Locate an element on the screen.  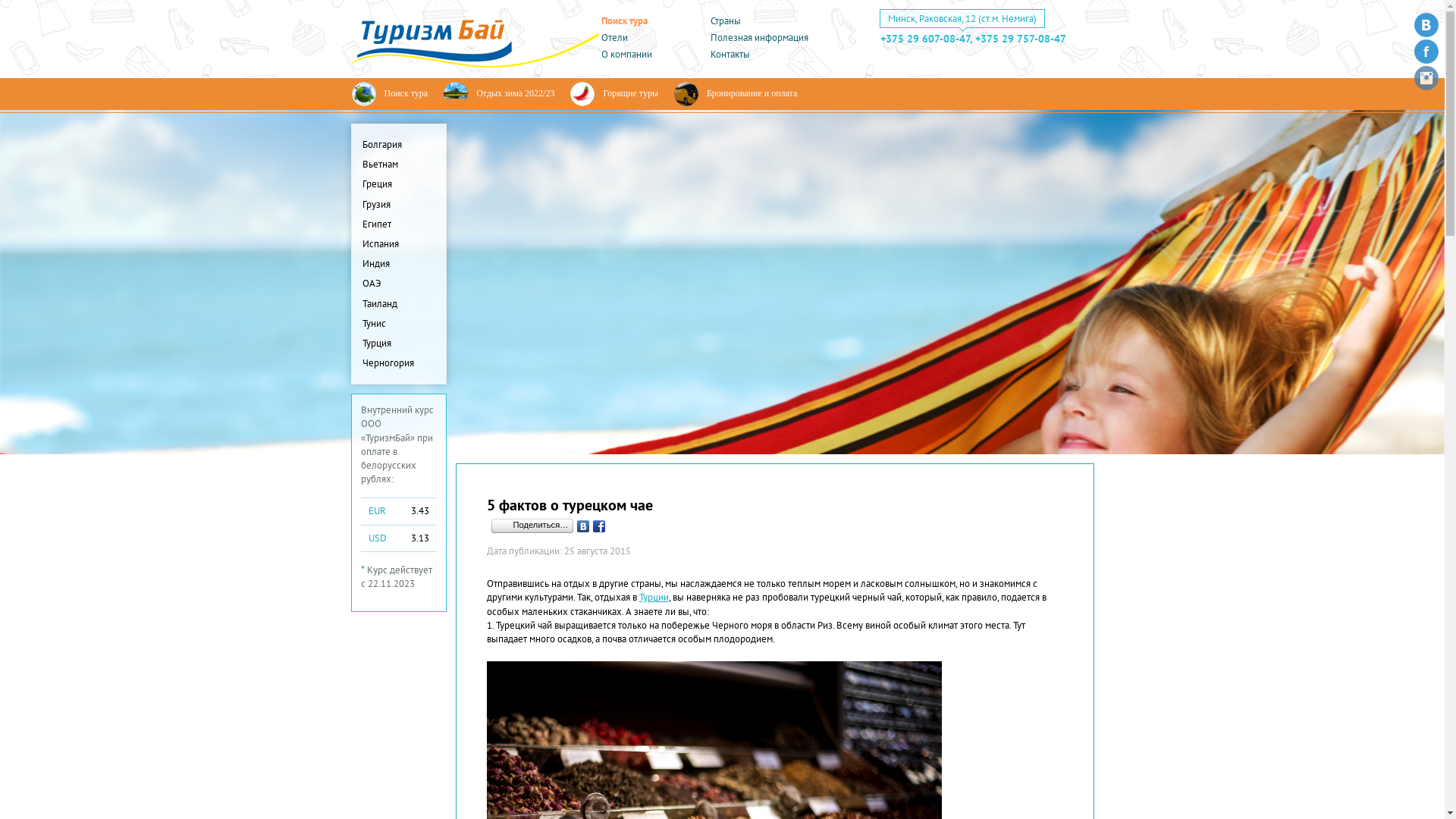
'Facebook' is located at coordinates (598, 526).